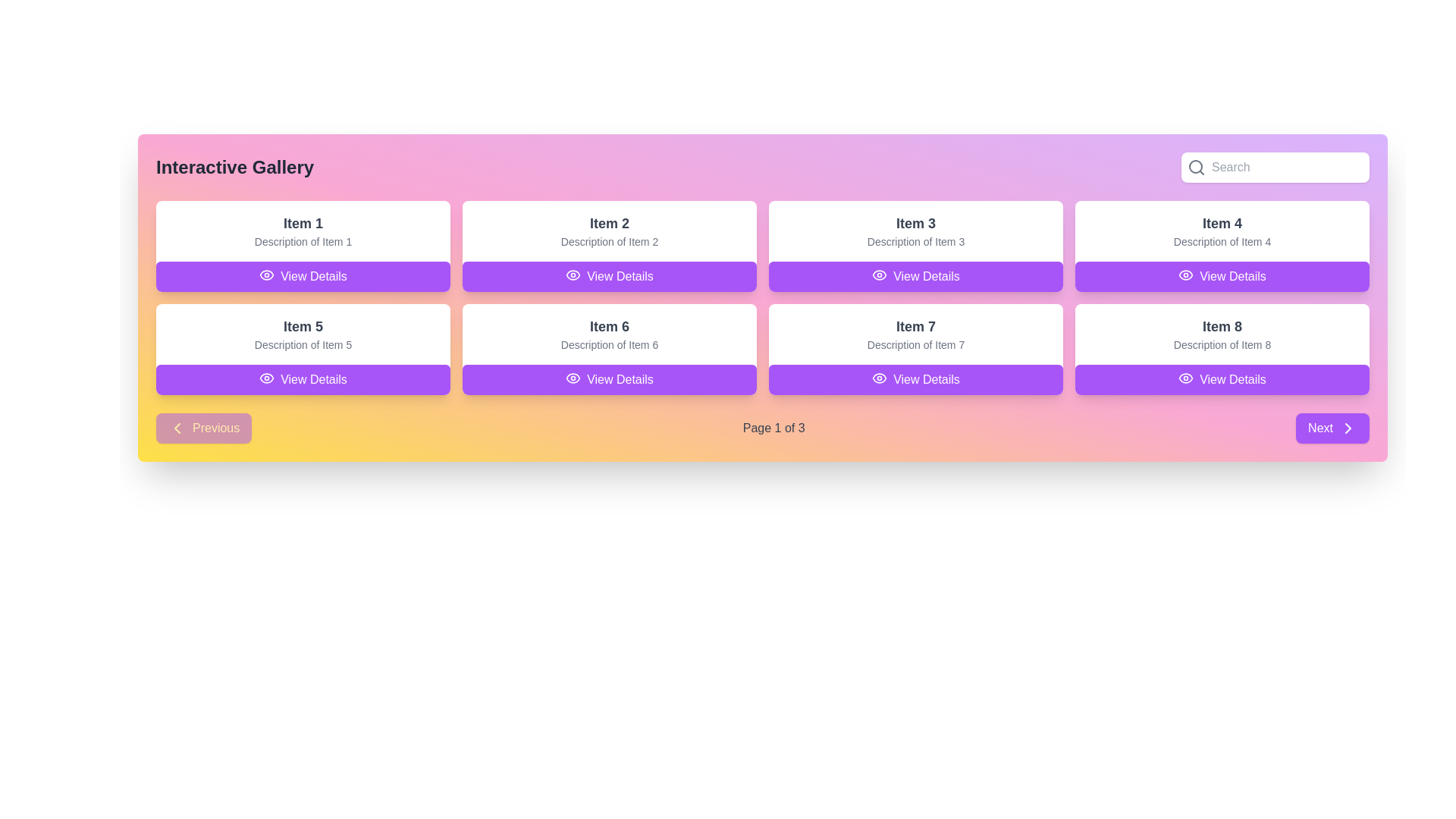 The width and height of the screenshot is (1456, 819). Describe the element at coordinates (915, 345) in the screenshot. I see `the text label that provides additional information about 'Item 7', located in the second card from the left, below the header text and above the 'View Details' button` at that location.